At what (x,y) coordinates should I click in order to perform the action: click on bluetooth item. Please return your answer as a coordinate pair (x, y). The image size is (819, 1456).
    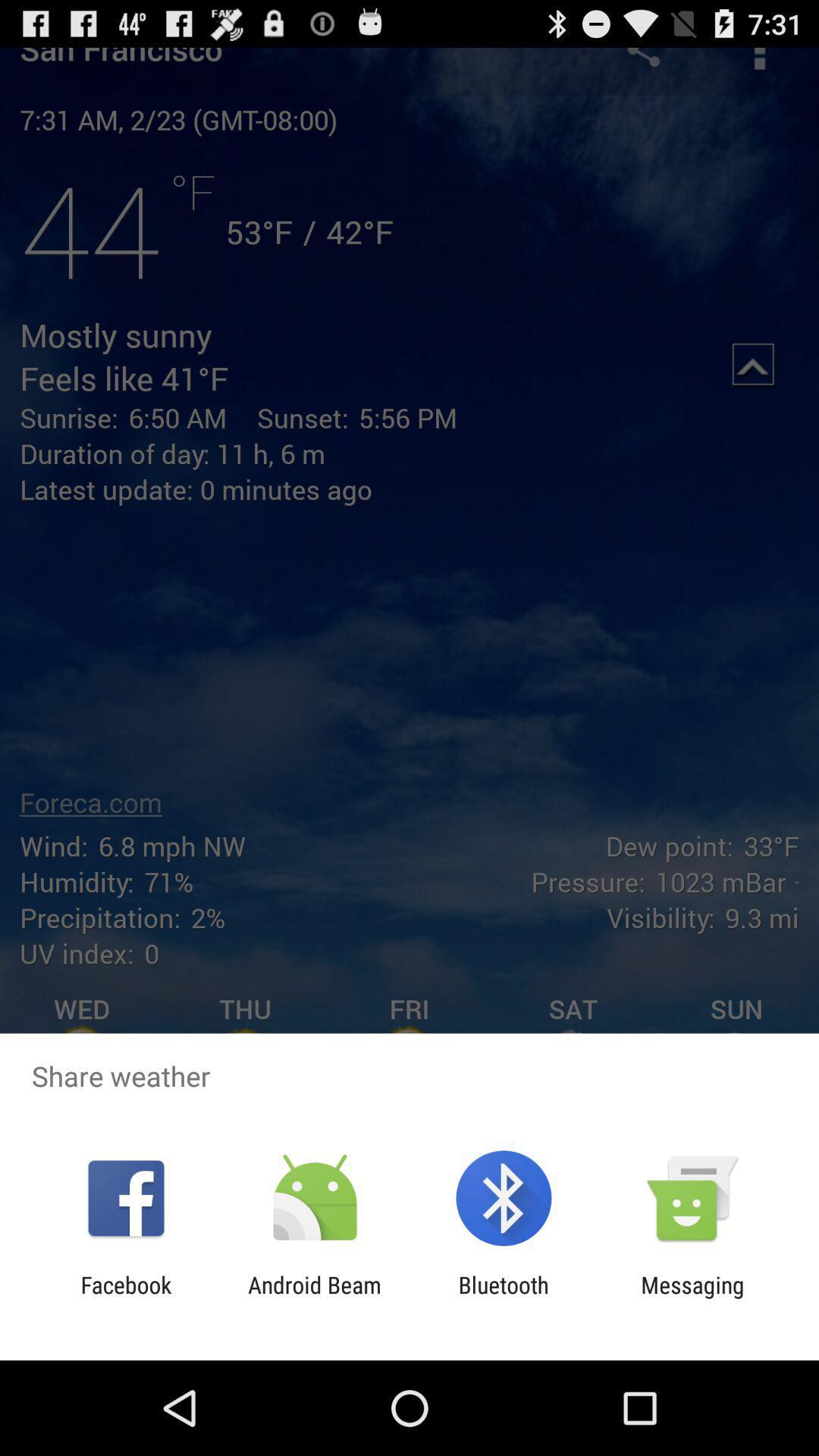
    Looking at the image, I should click on (504, 1298).